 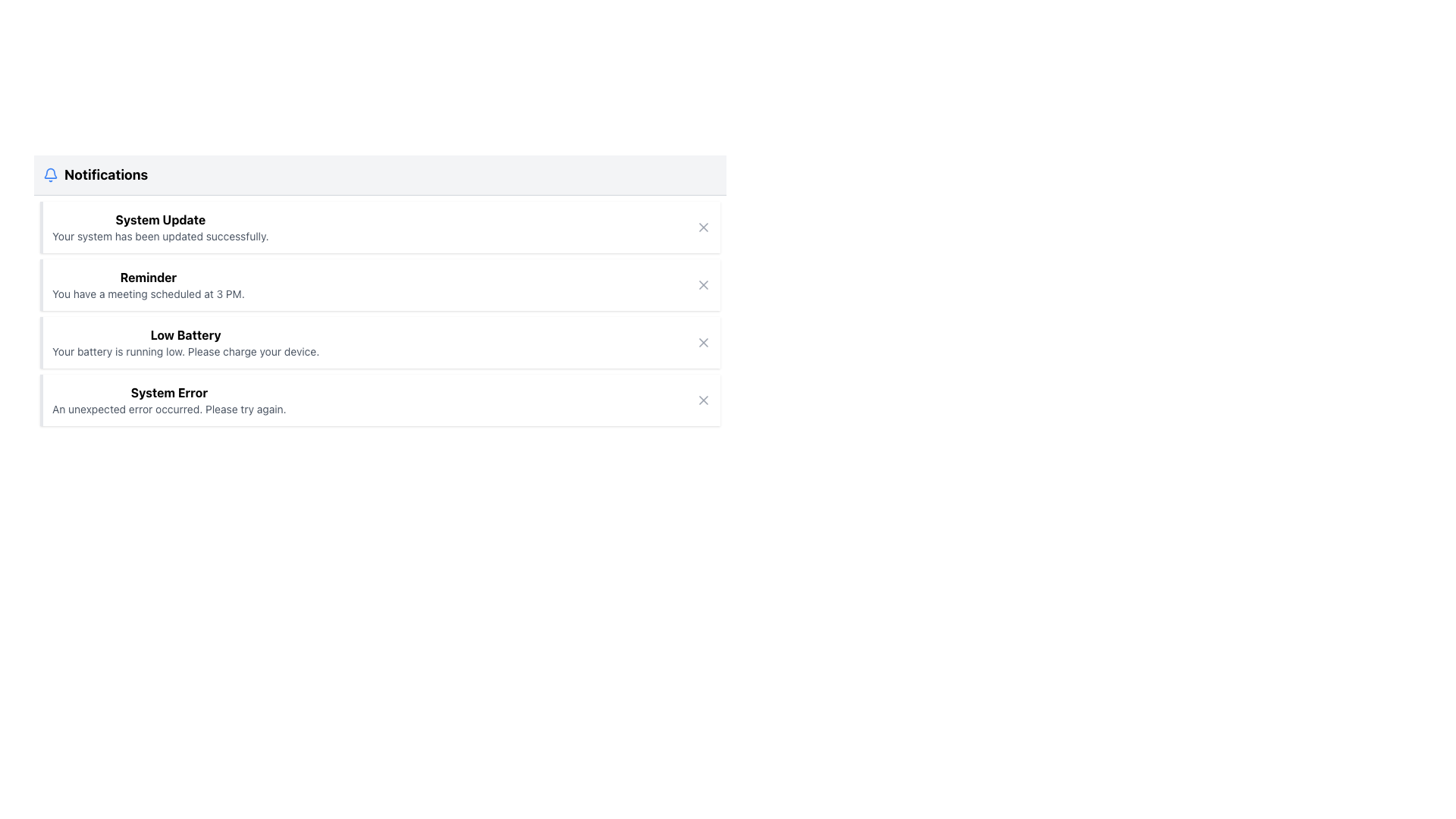 What do you see at coordinates (169, 409) in the screenshot?
I see `the static text element that communicates an error message within the 'System Error' notification, located at the lower-middle part of the notification list` at bounding box center [169, 409].